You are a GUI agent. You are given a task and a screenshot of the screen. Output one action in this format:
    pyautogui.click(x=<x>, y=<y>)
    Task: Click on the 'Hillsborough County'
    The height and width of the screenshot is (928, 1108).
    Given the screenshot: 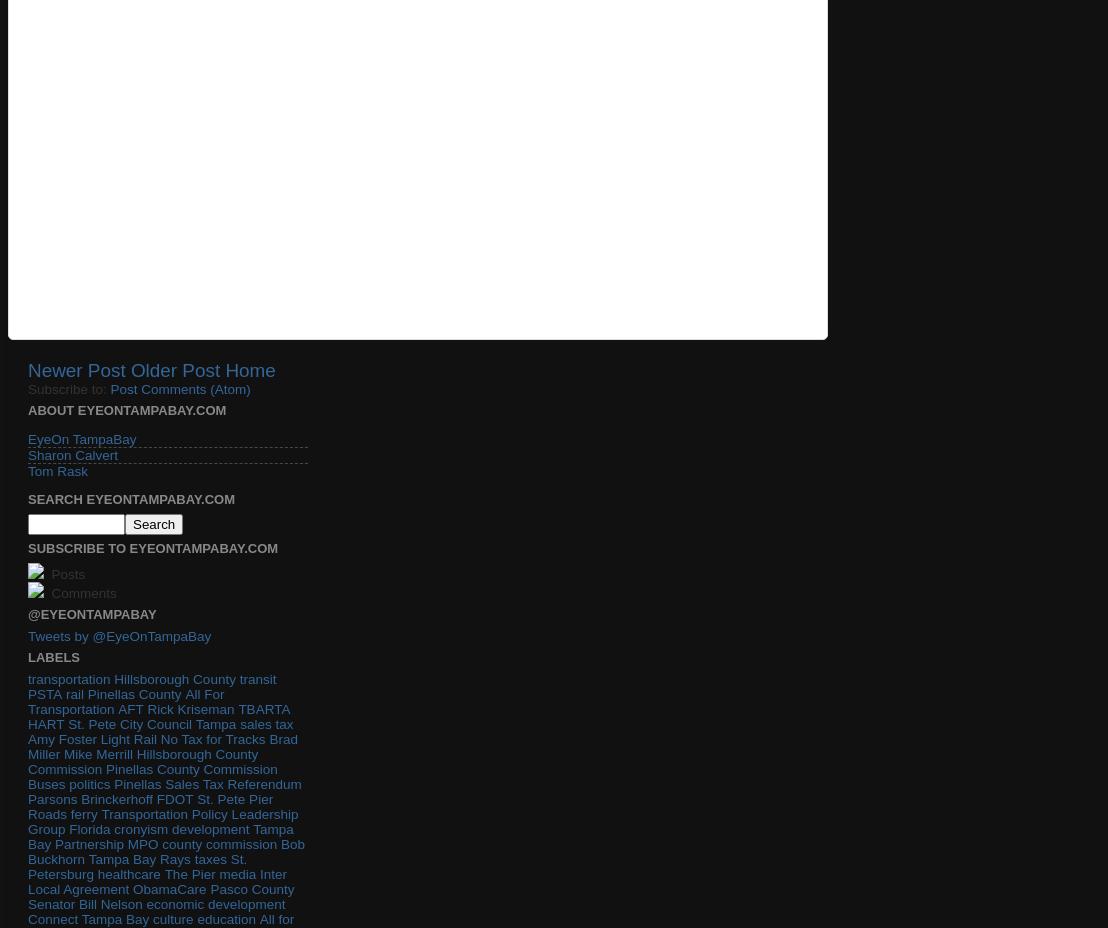 What is the action you would take?
    pyautogui.click(x=173, y=678)
    